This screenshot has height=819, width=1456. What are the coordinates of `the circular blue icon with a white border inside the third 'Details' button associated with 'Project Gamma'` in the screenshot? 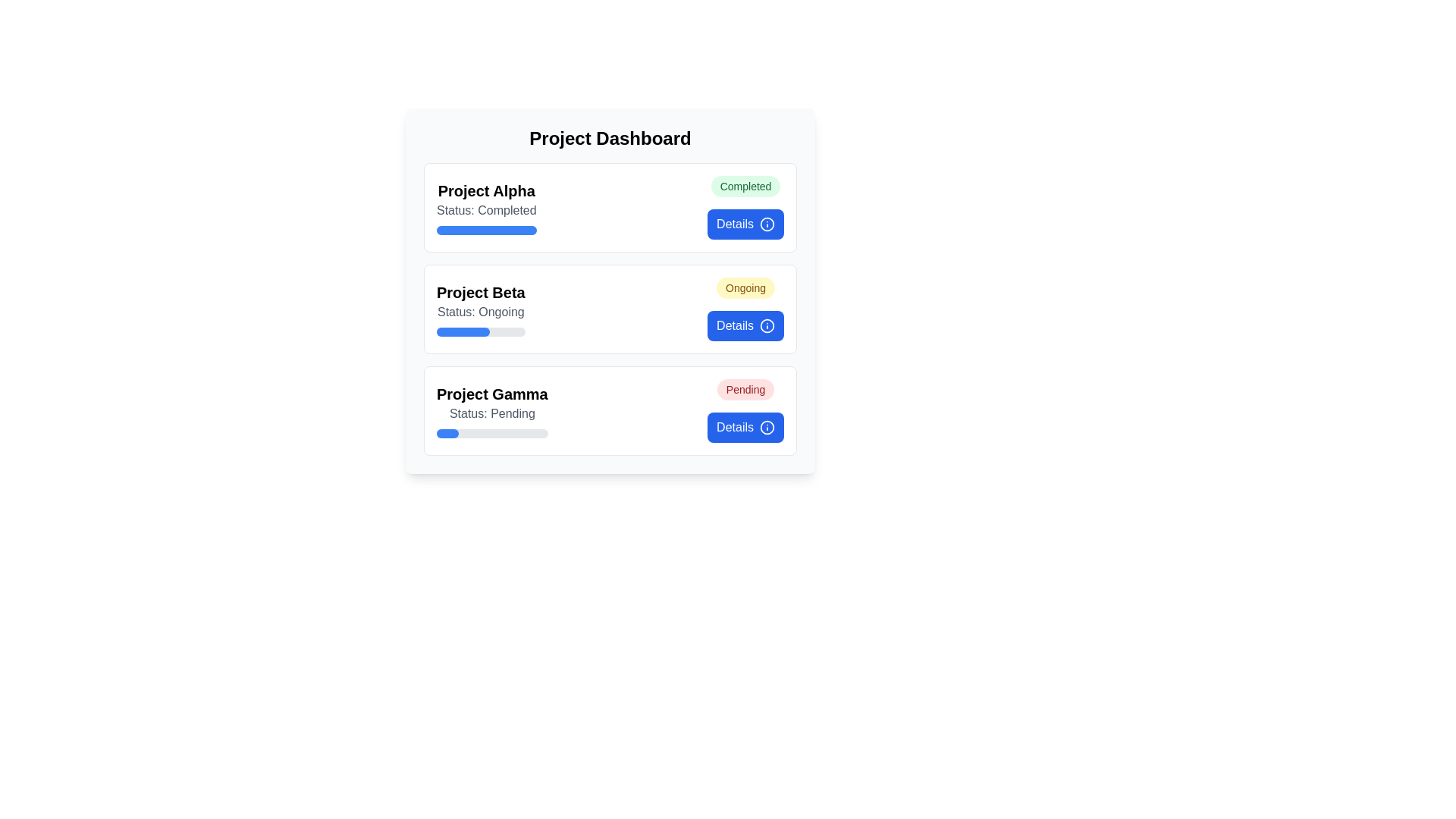 It's located at (767, 427).